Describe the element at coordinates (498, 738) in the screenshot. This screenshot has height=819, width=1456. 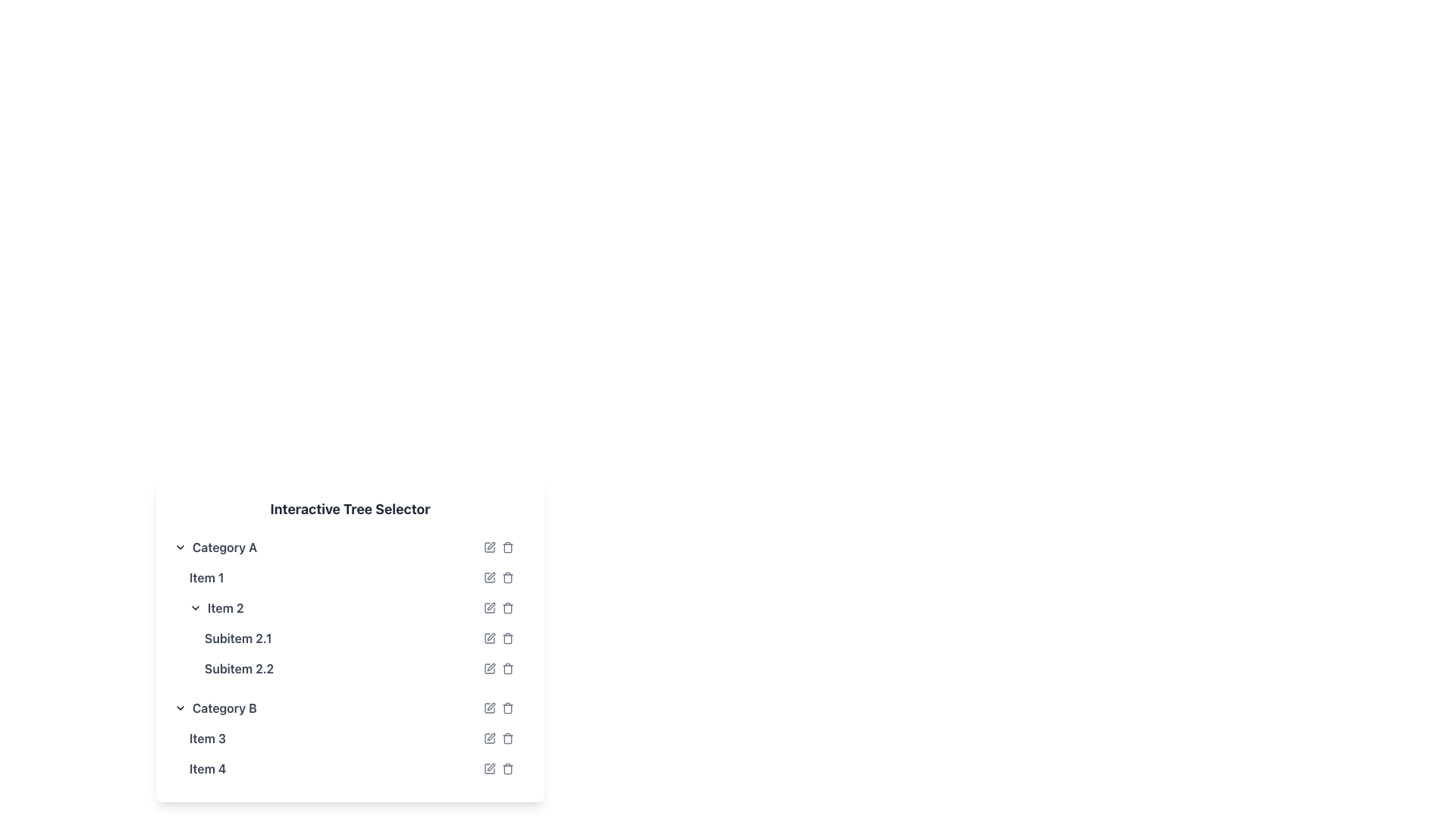
I see `the pencil icon in the Control group containing two interactive icons, which is positioned to the right of 'Item 3' in the Interactive Tree Selector interface` at that location.